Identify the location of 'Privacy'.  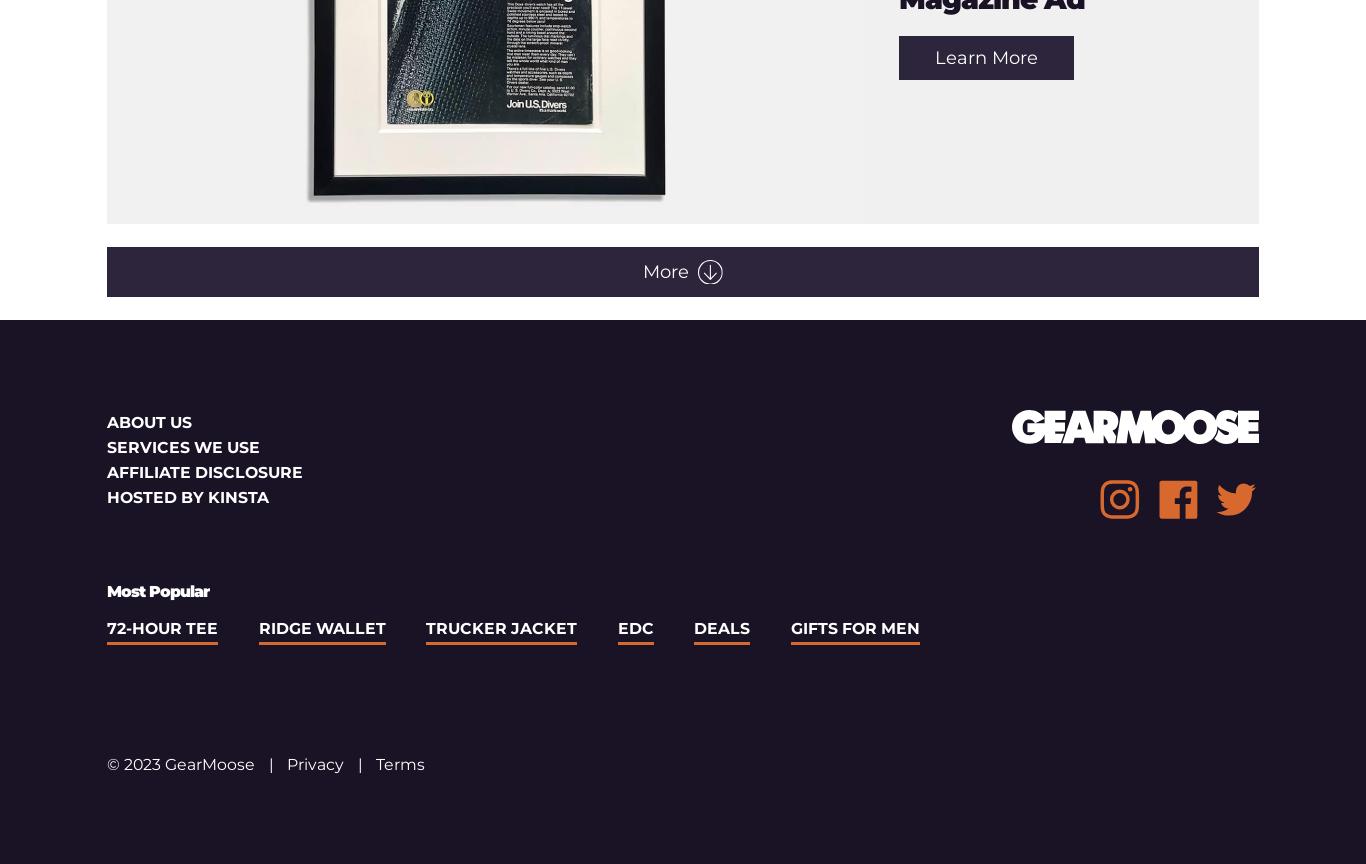
(315, 762).